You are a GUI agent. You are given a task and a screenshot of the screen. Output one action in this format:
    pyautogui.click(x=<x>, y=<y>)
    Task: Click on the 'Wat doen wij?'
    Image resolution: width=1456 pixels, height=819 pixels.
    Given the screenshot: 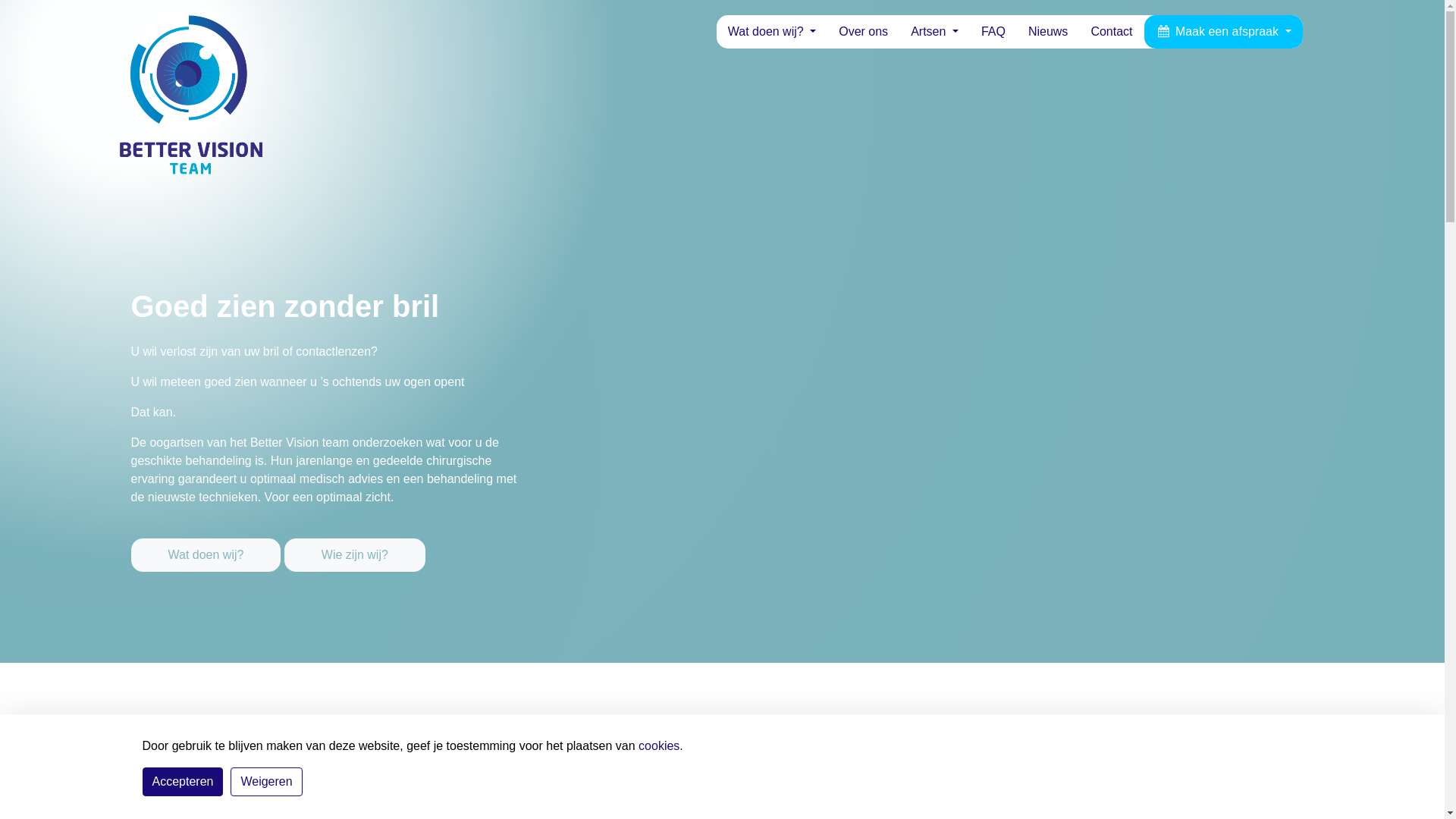 What is the action you would take?
    pyautogui.click(x=206, y=543)
    